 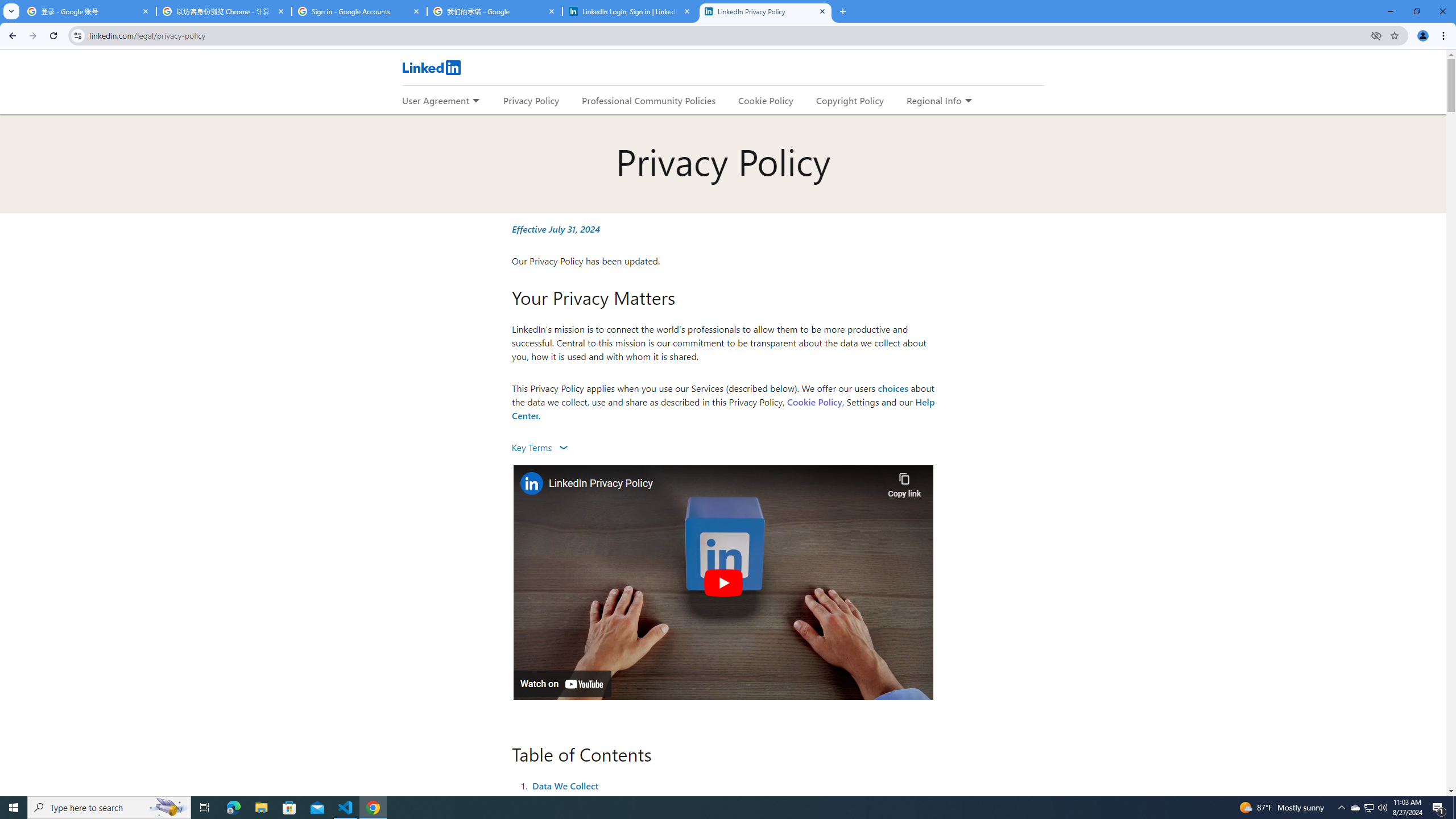 What do you see at coordinates (539, 446) in the screenshot?
I see `'Key Terms '` at bounding box center [539, 446].